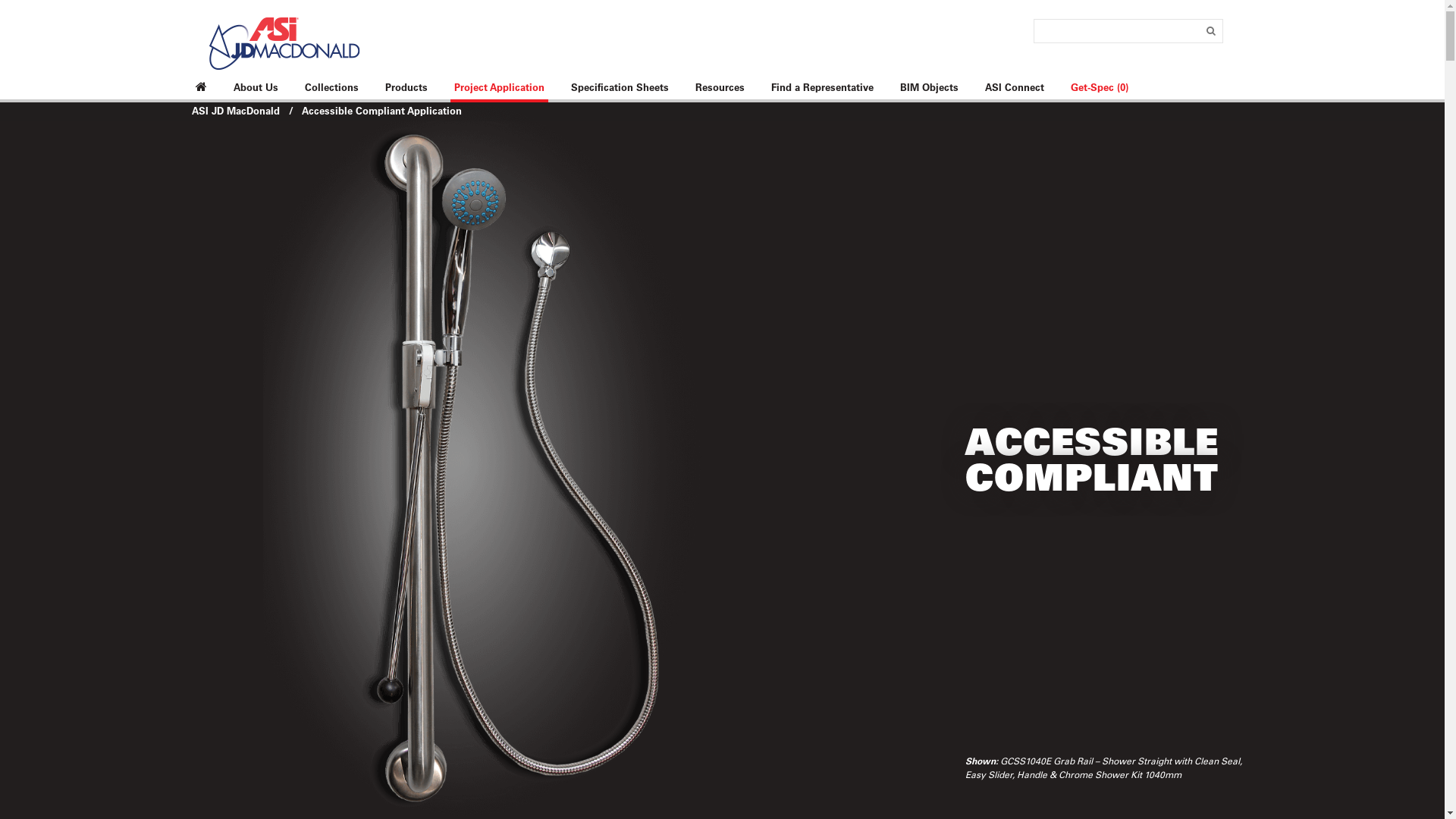 The height and width of the screenshot is (819, 1456). Describe the element at coordinates (821, 87) in the screenshot. I see `'Find a Representative'` at that location.